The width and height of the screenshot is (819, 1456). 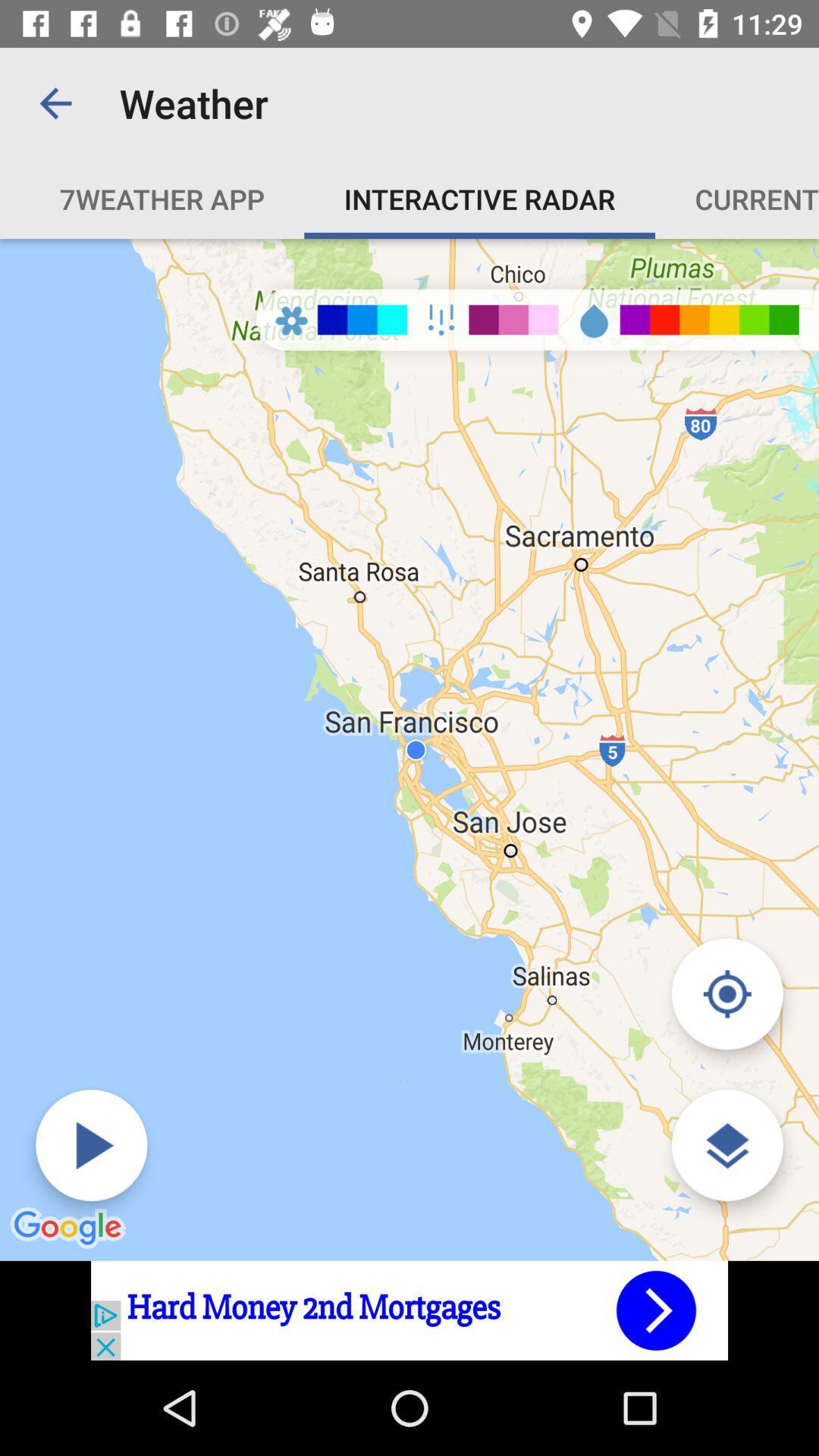 I want to click on the layers icon, so click(x=726, y=1145).